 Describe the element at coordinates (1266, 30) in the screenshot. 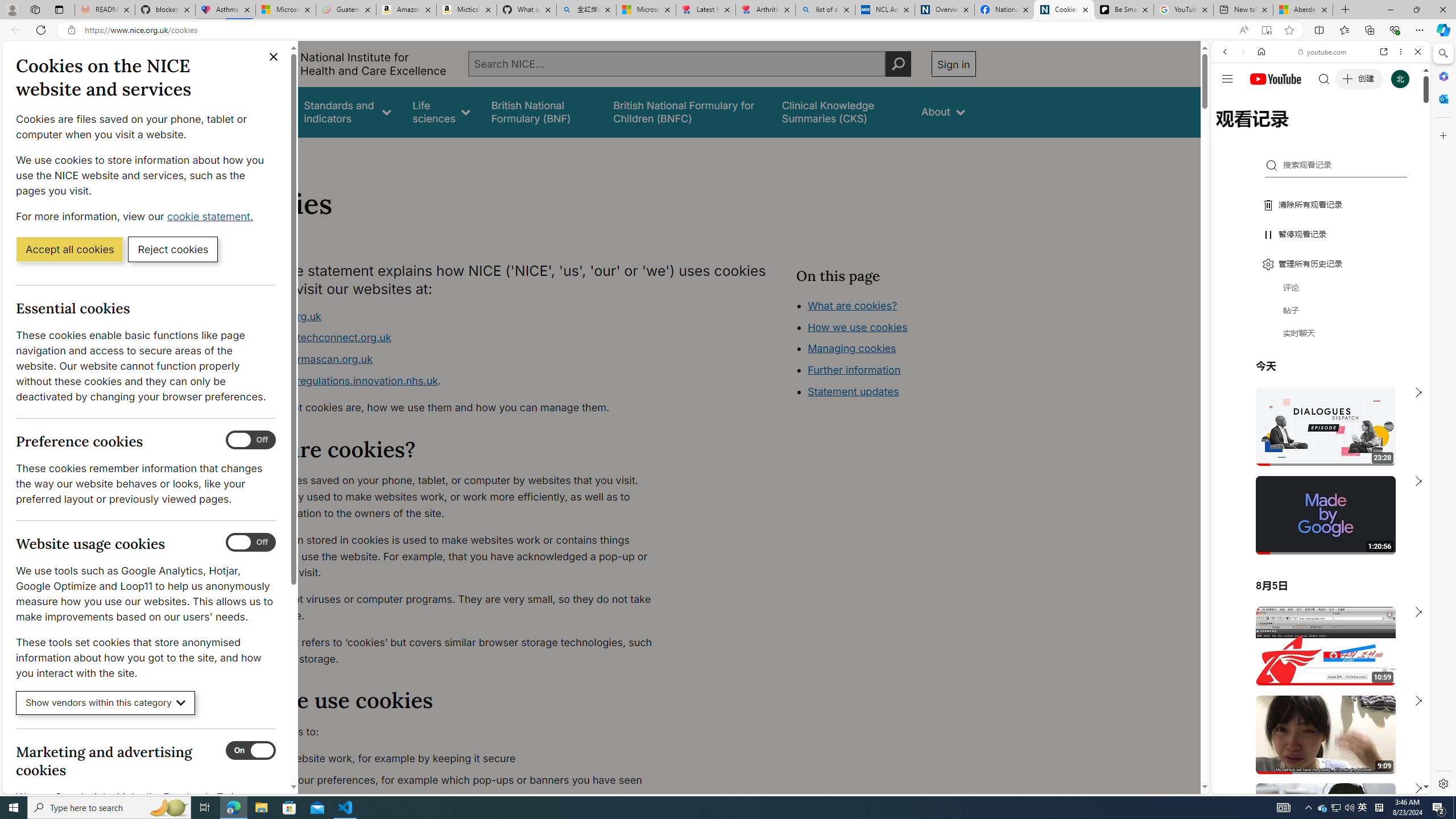

I see `'Enter Immersive Reader (F9)'` at that location.